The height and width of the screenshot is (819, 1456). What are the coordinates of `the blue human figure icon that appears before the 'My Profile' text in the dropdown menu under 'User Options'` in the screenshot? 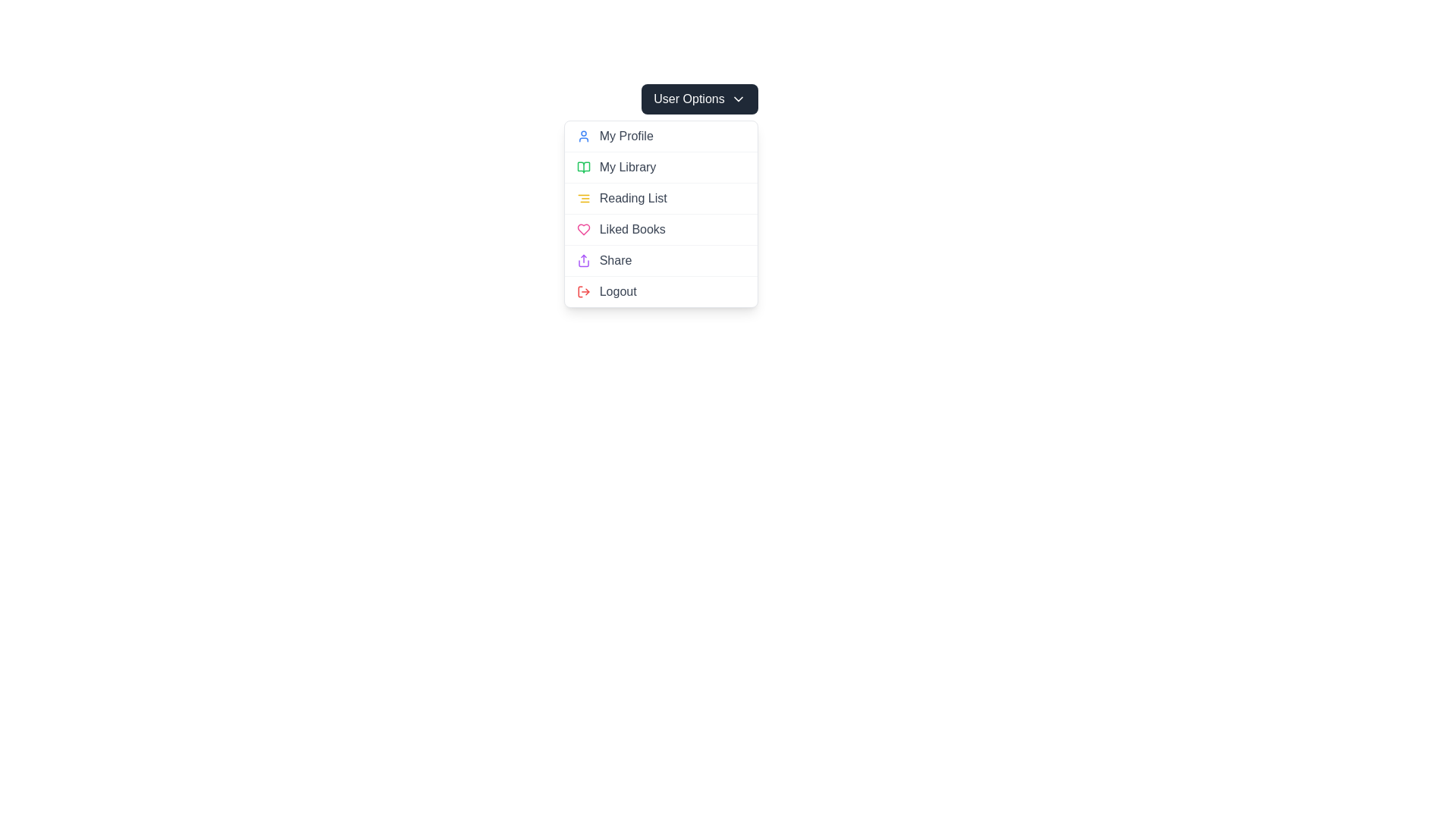 It's located at (582, 136).